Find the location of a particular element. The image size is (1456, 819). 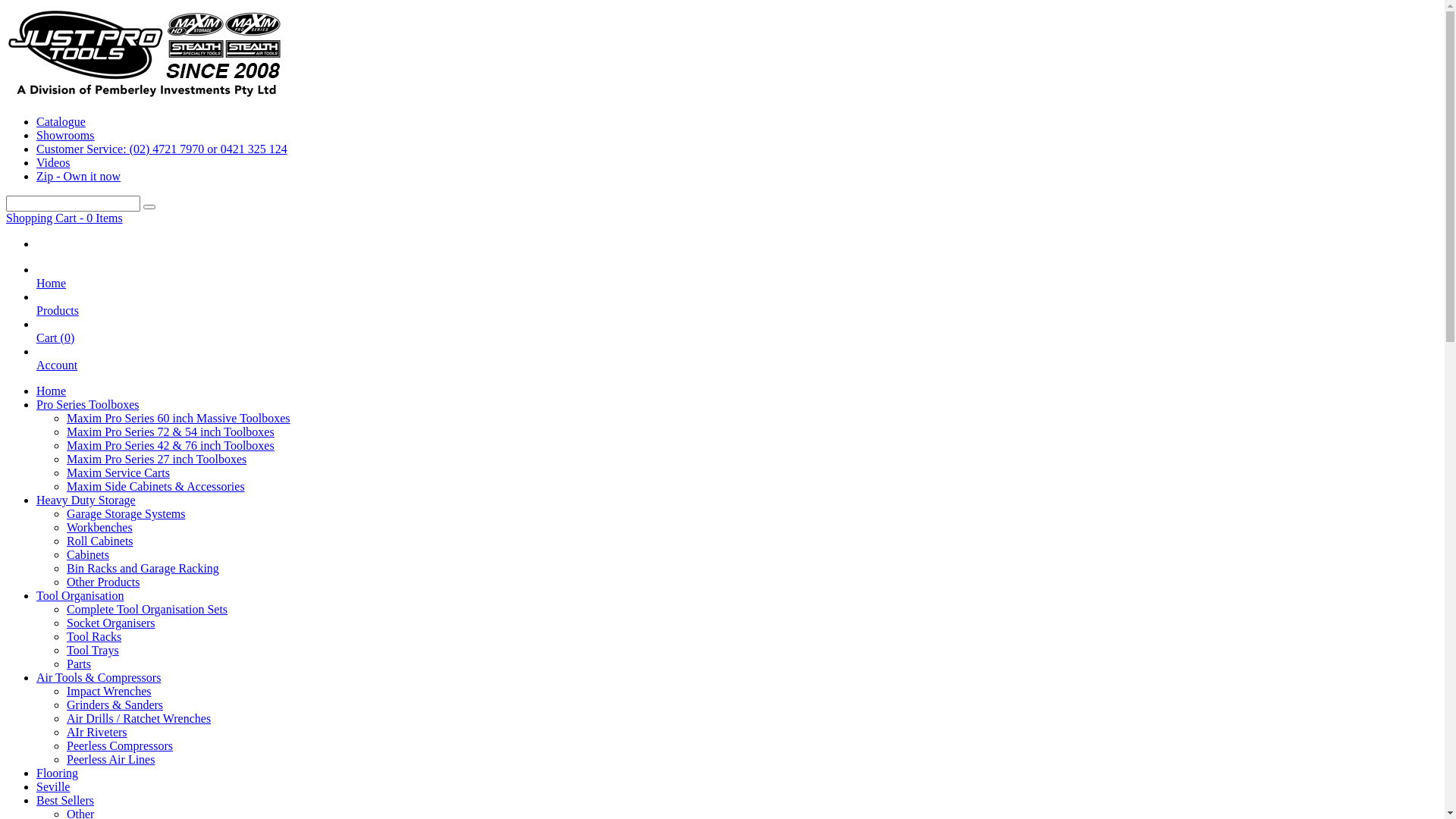

'Maxim Pro Series 27 inch Toolboxes' is located at coordinates (156, 458).